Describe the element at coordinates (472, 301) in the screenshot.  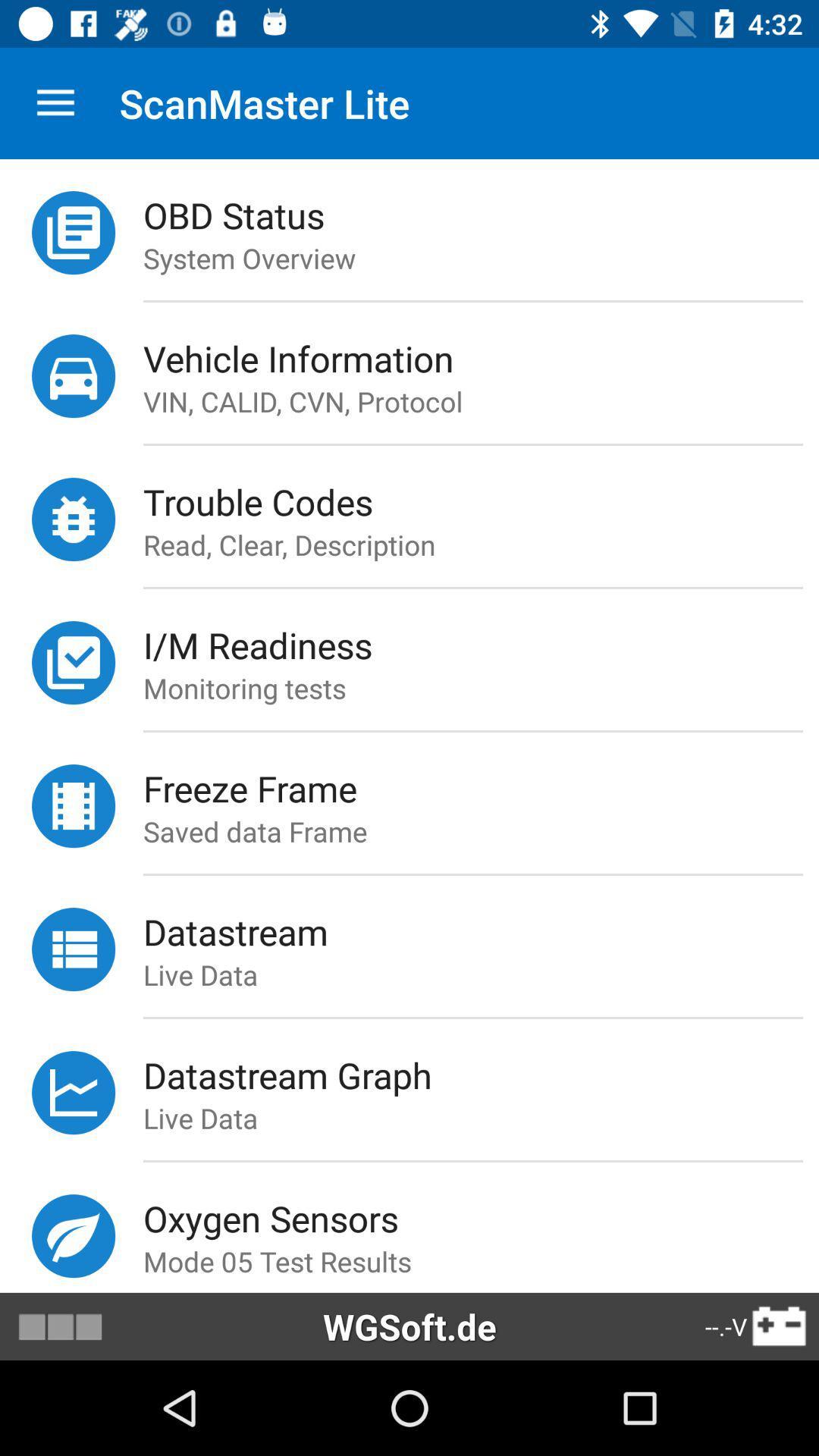
I see `icon above vehicle information` at that location.